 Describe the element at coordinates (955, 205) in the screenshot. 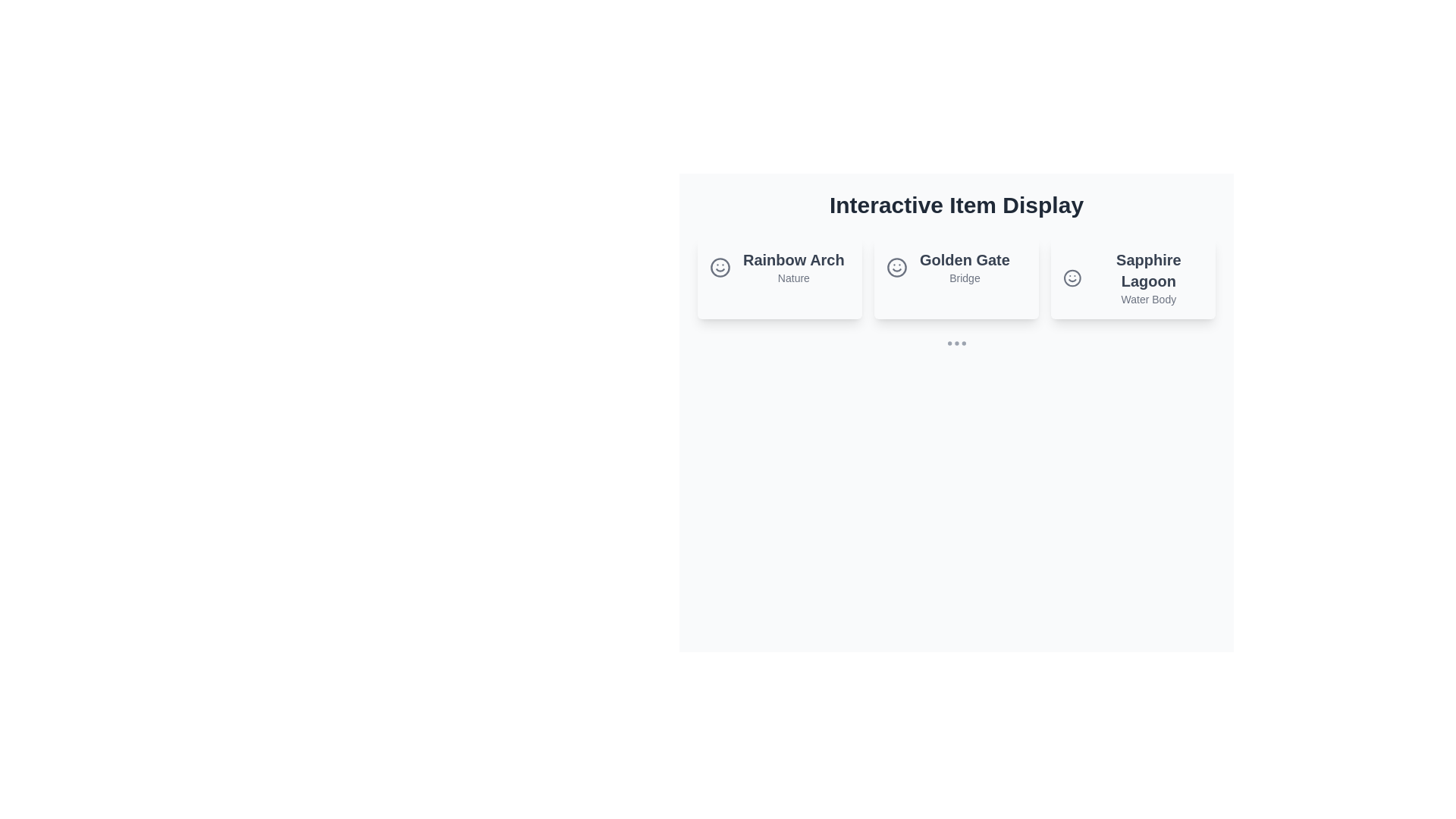

I see `information from the Header or Title Text located at the top-center of the section, above the grid of interactive cards` at that location.